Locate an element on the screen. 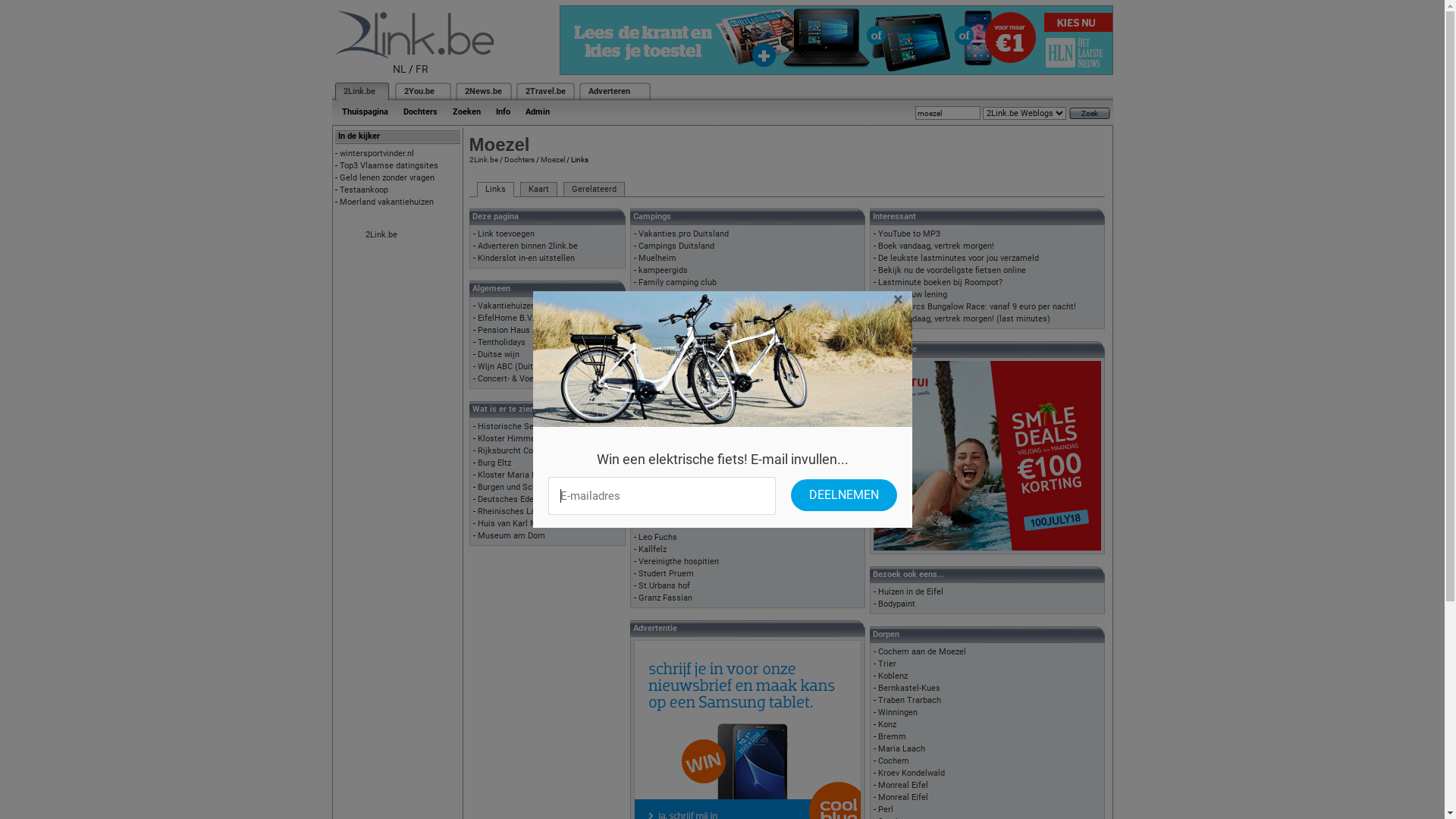 The height and width of the screenshot is (819, 1456). 'YouTube to MP3' is located at coordinates (877, 234).